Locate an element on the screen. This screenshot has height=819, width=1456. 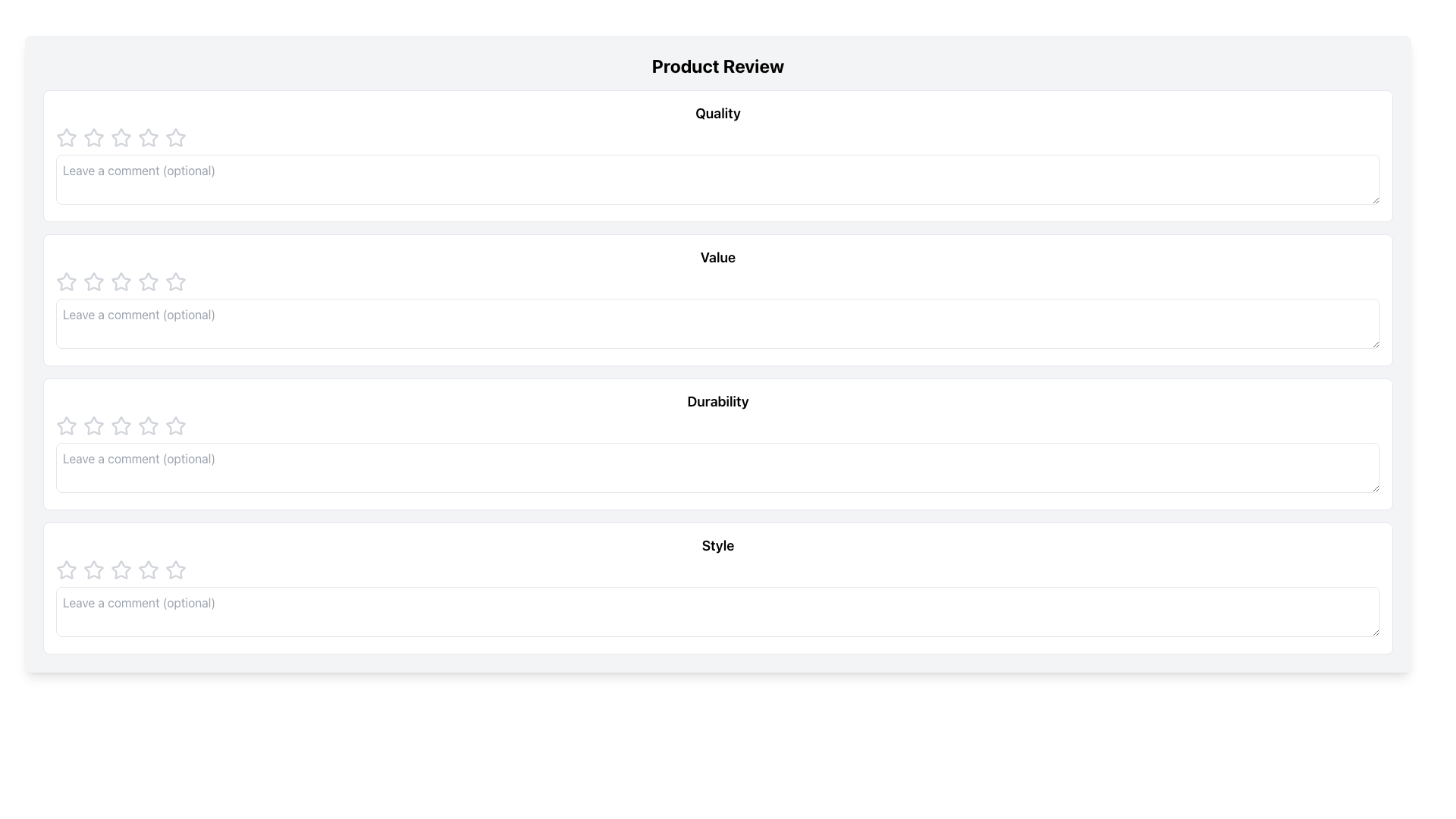
the second star in the rating system for the 'Value' category by moving the cursor to its center point for keyboard selection is located at coordinates (149, 281).